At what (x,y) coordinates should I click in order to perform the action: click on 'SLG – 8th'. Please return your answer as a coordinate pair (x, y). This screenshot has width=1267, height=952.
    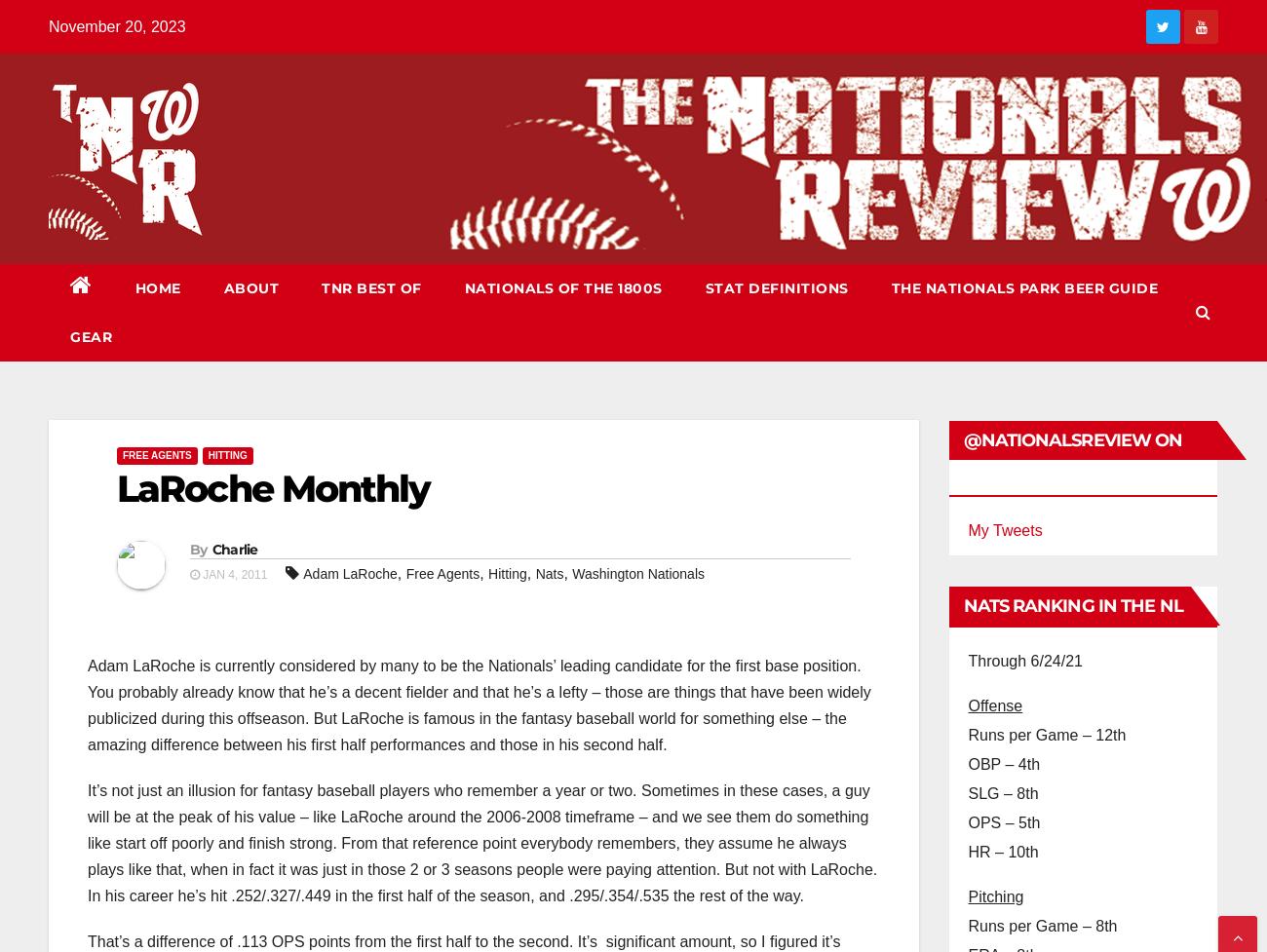
    Looking at the image, I should click on (1001, 793).